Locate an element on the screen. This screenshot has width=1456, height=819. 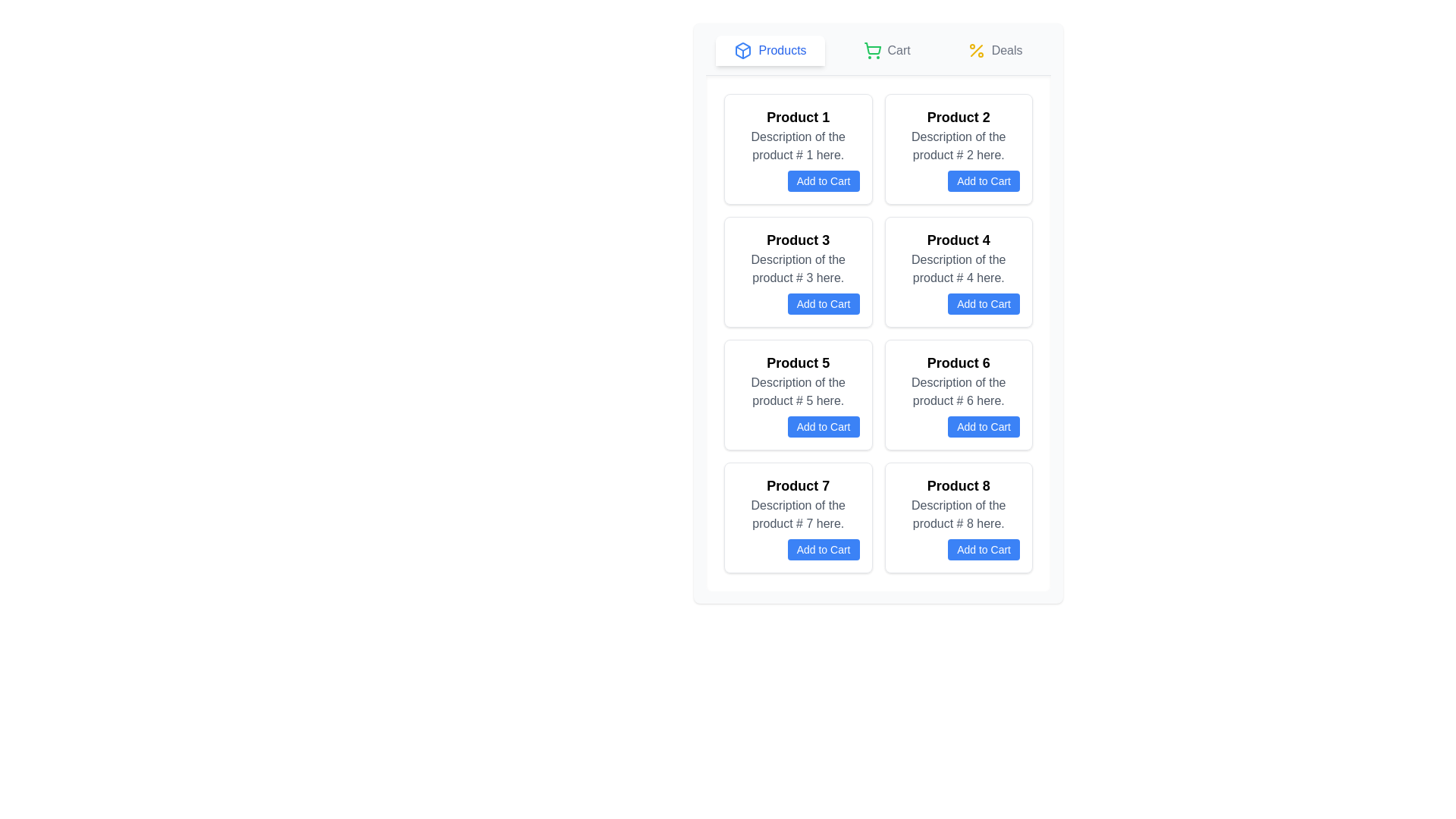
the bold static text label reading 'Product 8' located at the top of the eighth card in the grid layout is located at coordinates (958, 485).